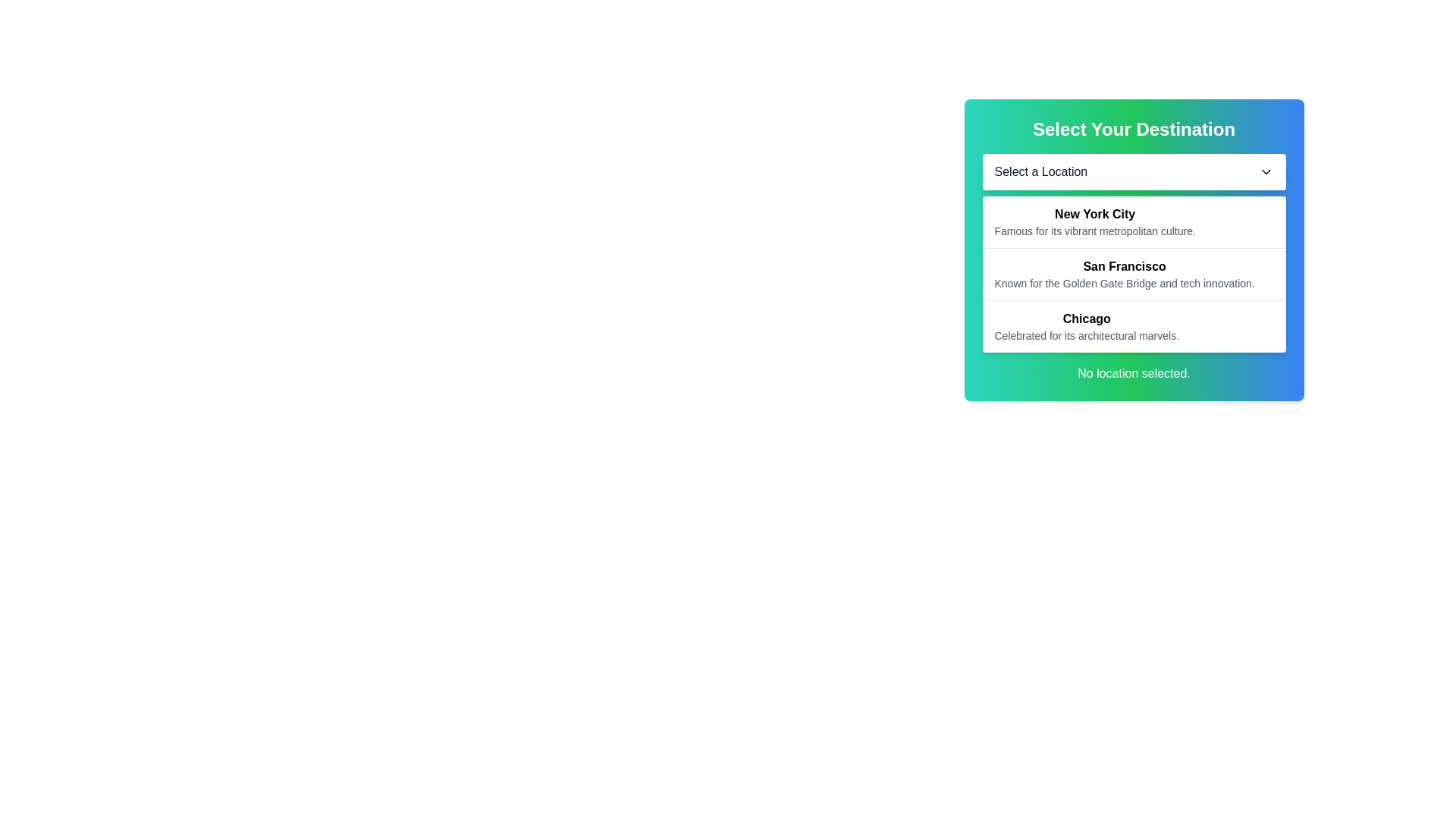  I want to click on the text label identifying the city 'Chicago' in the list of destinations under the dropdown labeled 'Select a Location.', so click(1086, 318).